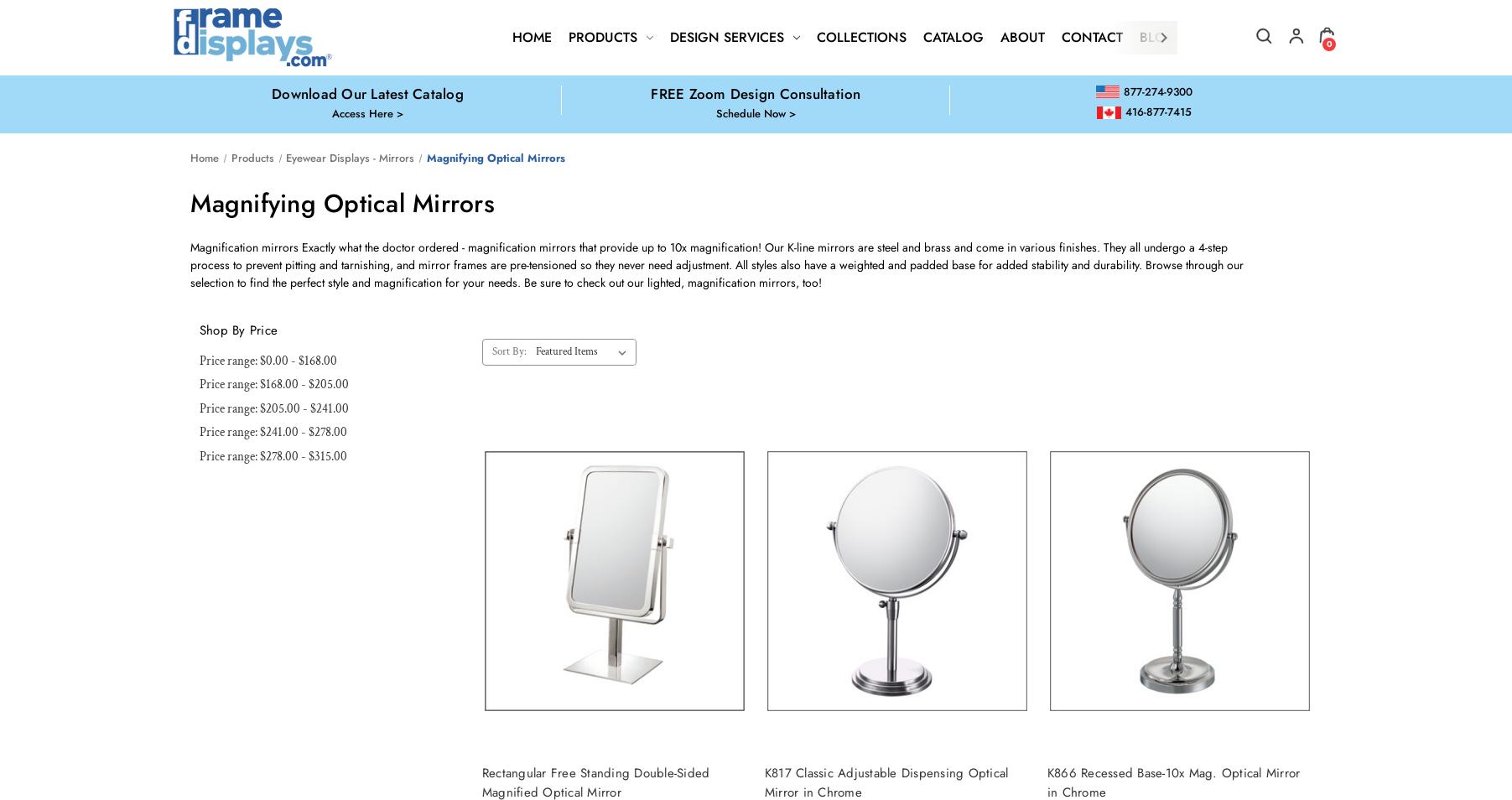 The width and height of the screenshot is (1512, 800). What do you see at coordinates (197, 360) in the screenshot?
I see `'Price range: $0.00 - $168.00'` at bounding box center [197, 360].